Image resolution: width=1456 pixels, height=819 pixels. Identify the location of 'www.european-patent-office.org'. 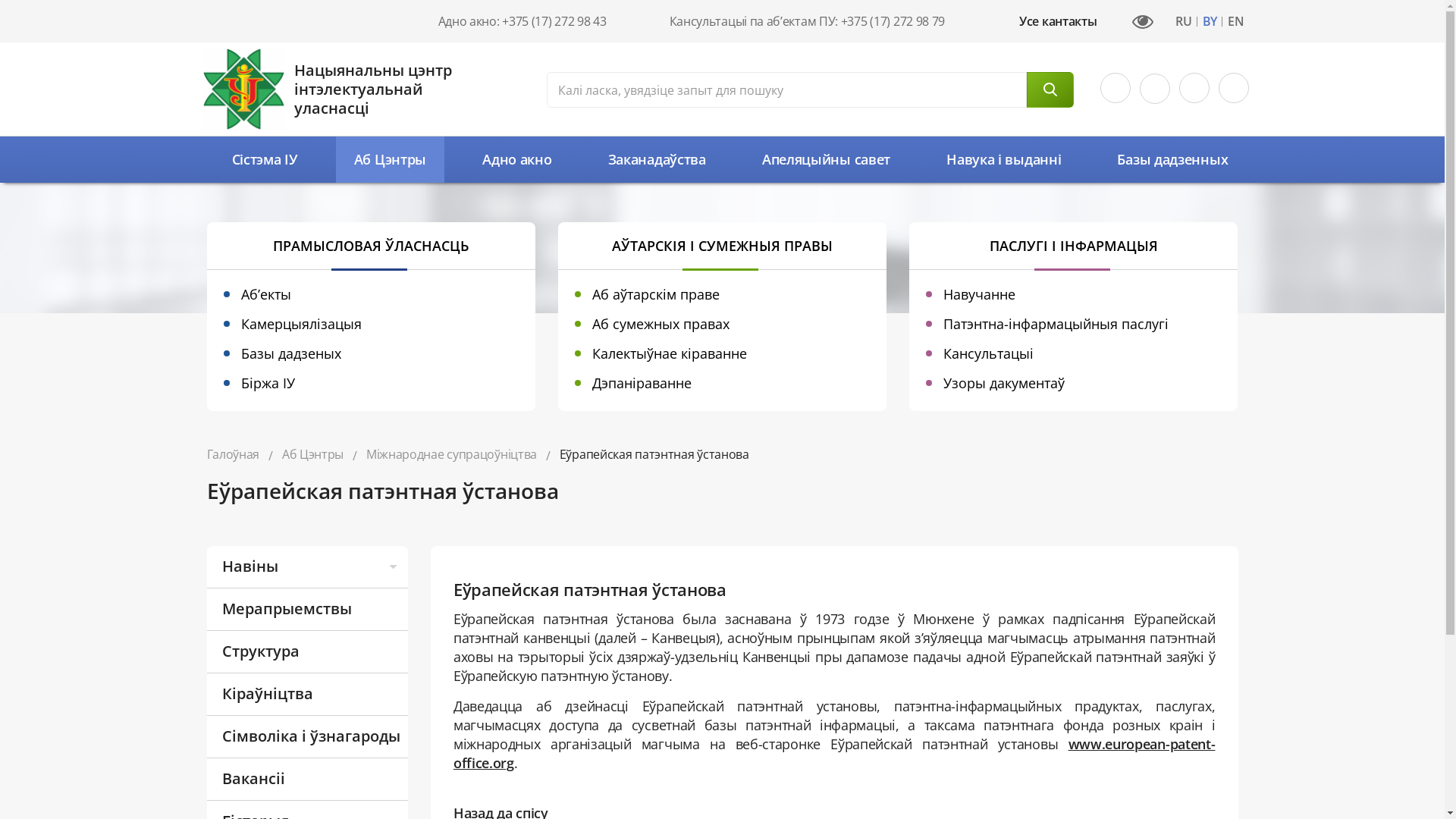
(453, 753).